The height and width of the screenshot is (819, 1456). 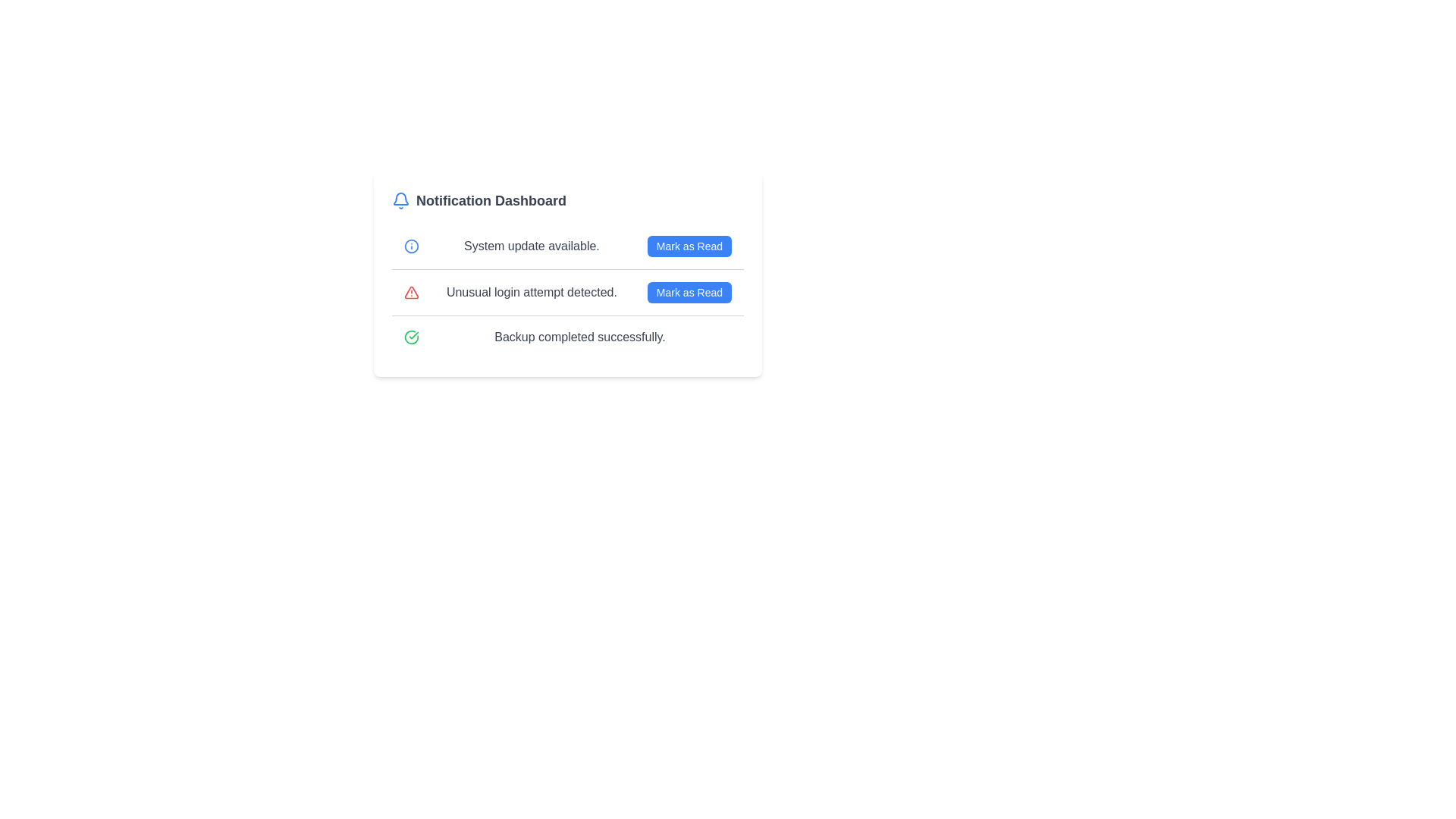 What do you see at coordinates (411, 245) in the screenshot?
I see `the circular blue-bordered icon with a white fill and information symbol, located to the left of the text 'System update available.'` at bounding box center [411, 245].